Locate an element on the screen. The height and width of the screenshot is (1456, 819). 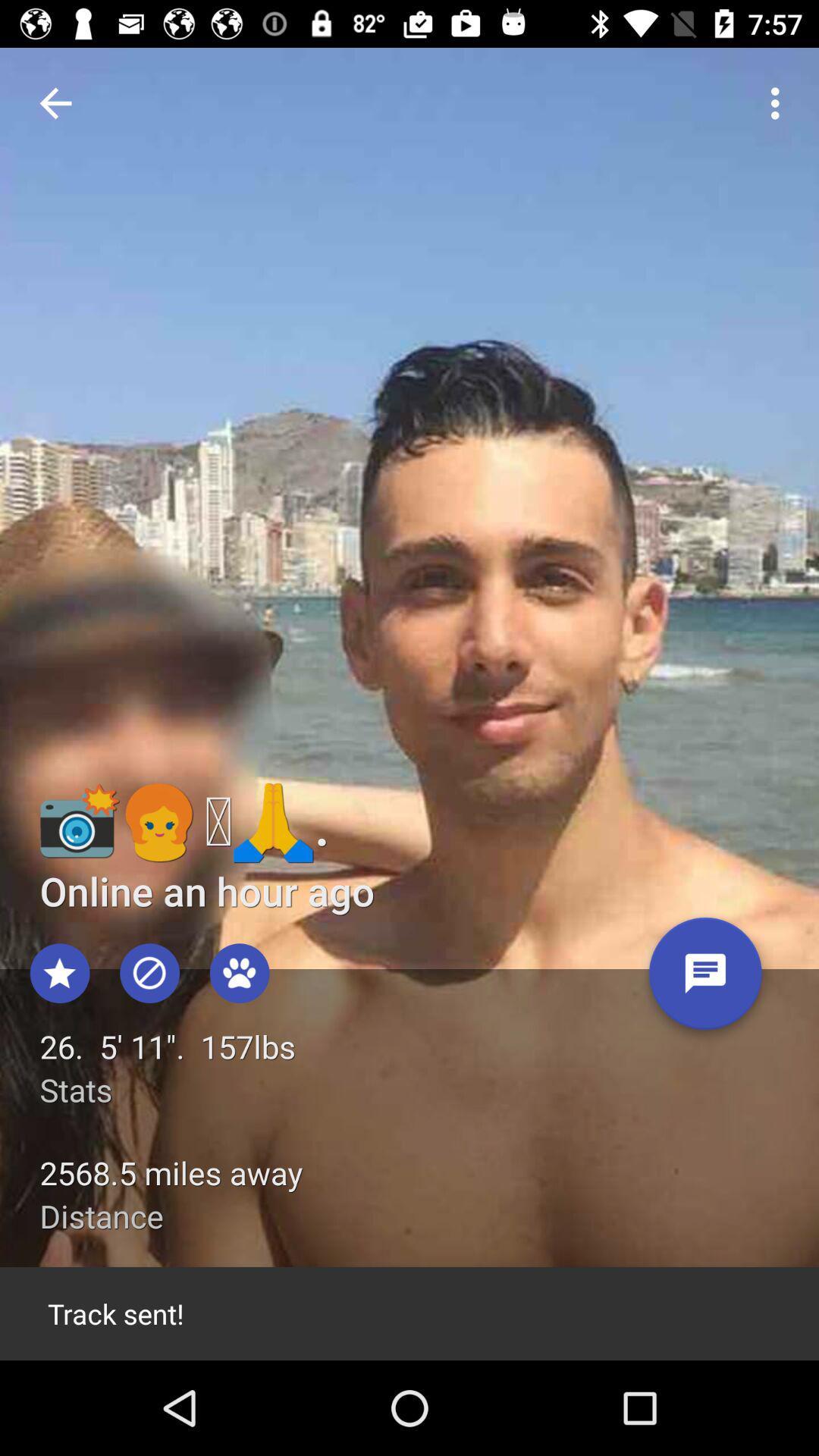
message is located at coordinates (705, 979).